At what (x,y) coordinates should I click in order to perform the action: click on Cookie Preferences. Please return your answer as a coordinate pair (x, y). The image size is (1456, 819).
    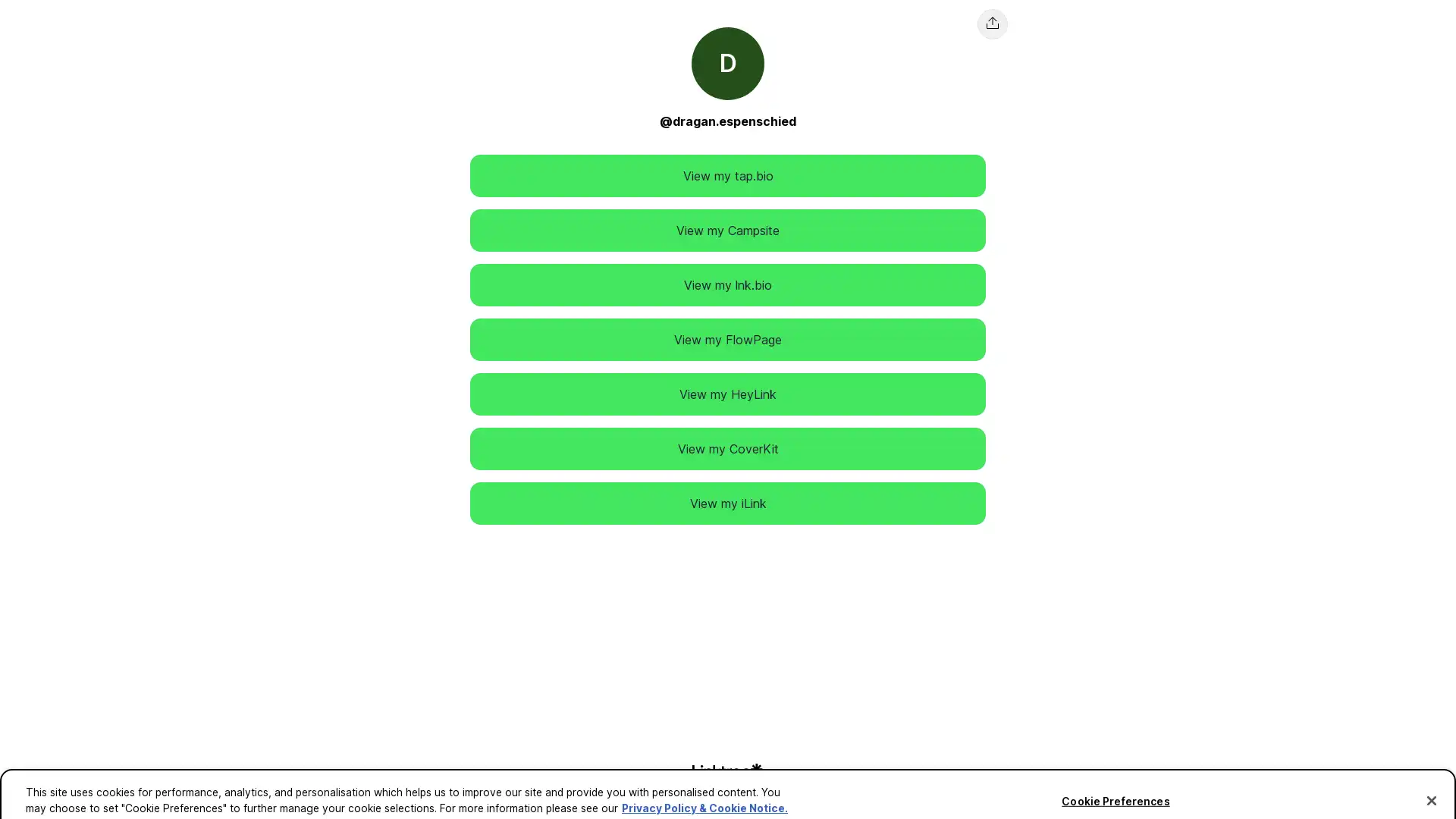
    Looking at the image, I should click on (1115, 784).